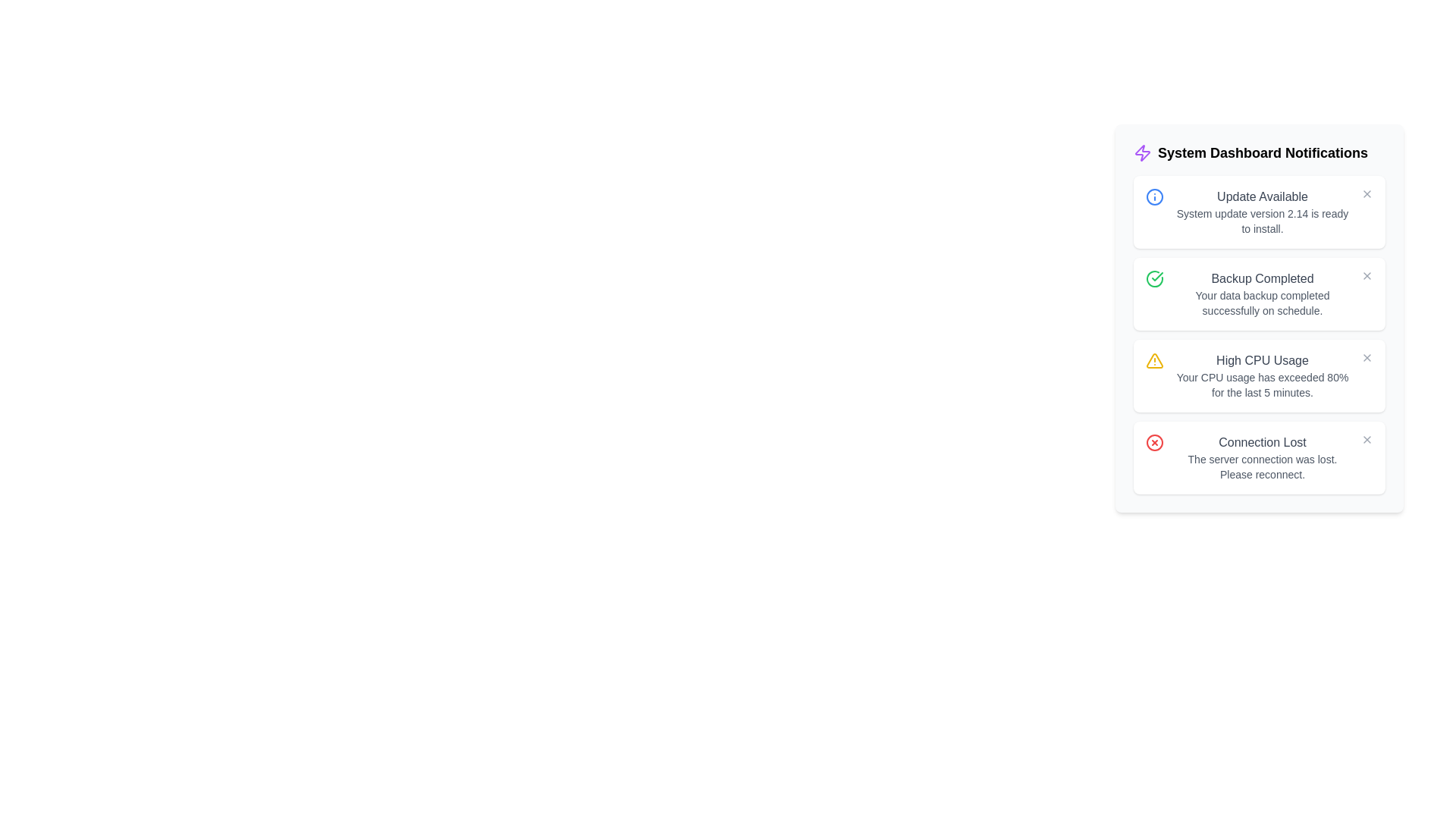  I want to click on the Text Label titled 'Update Available' in the 'System Dashboard Notifications' panel, which serves as the title for the notification card, so click(1263, 196).